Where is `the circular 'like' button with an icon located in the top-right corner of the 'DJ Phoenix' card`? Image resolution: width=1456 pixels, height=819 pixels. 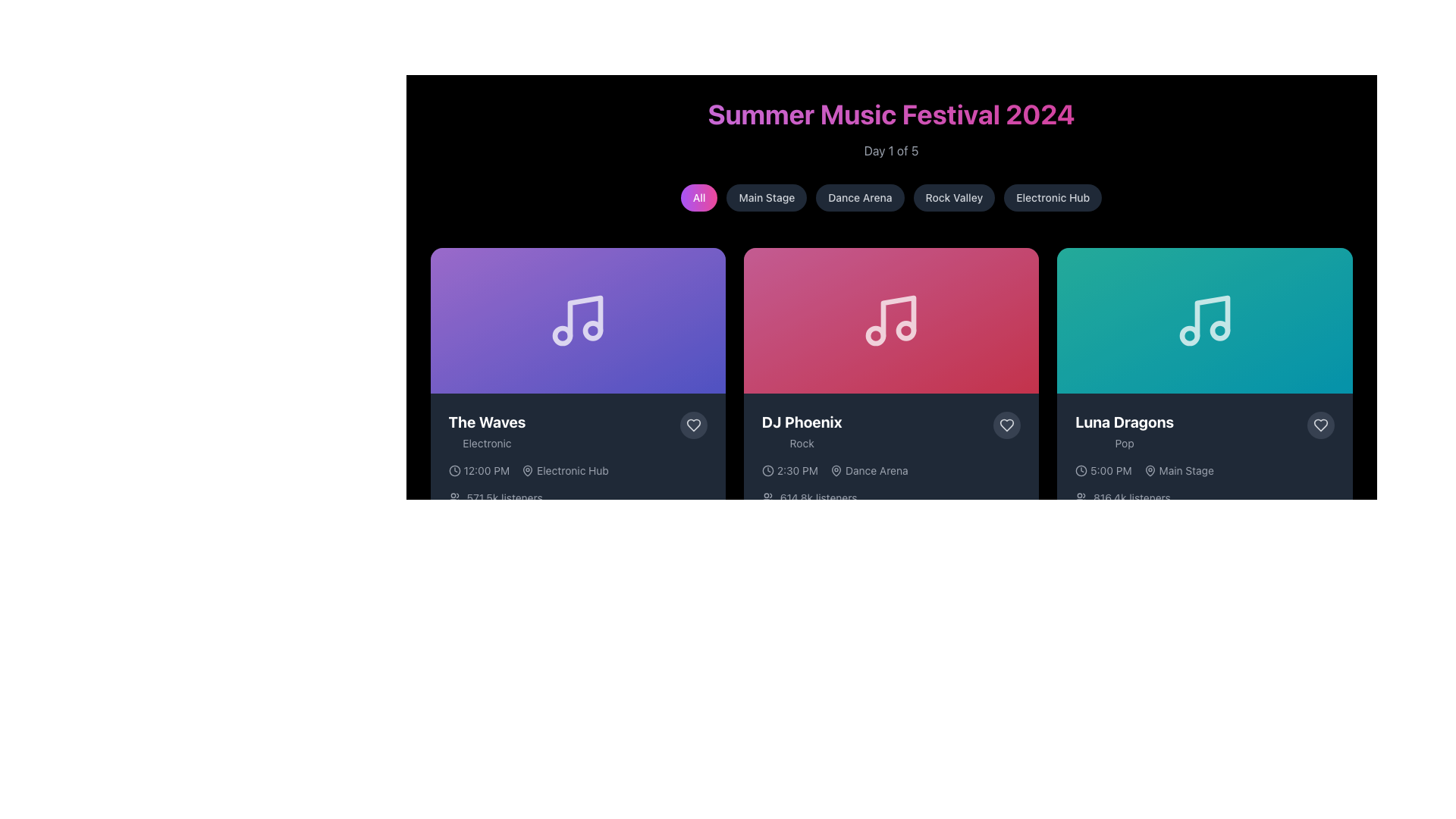
the circular 'like' button with an icon located in the top-right corner of the 'DJ Phoenix' card is located at coordinates (1007, 425).